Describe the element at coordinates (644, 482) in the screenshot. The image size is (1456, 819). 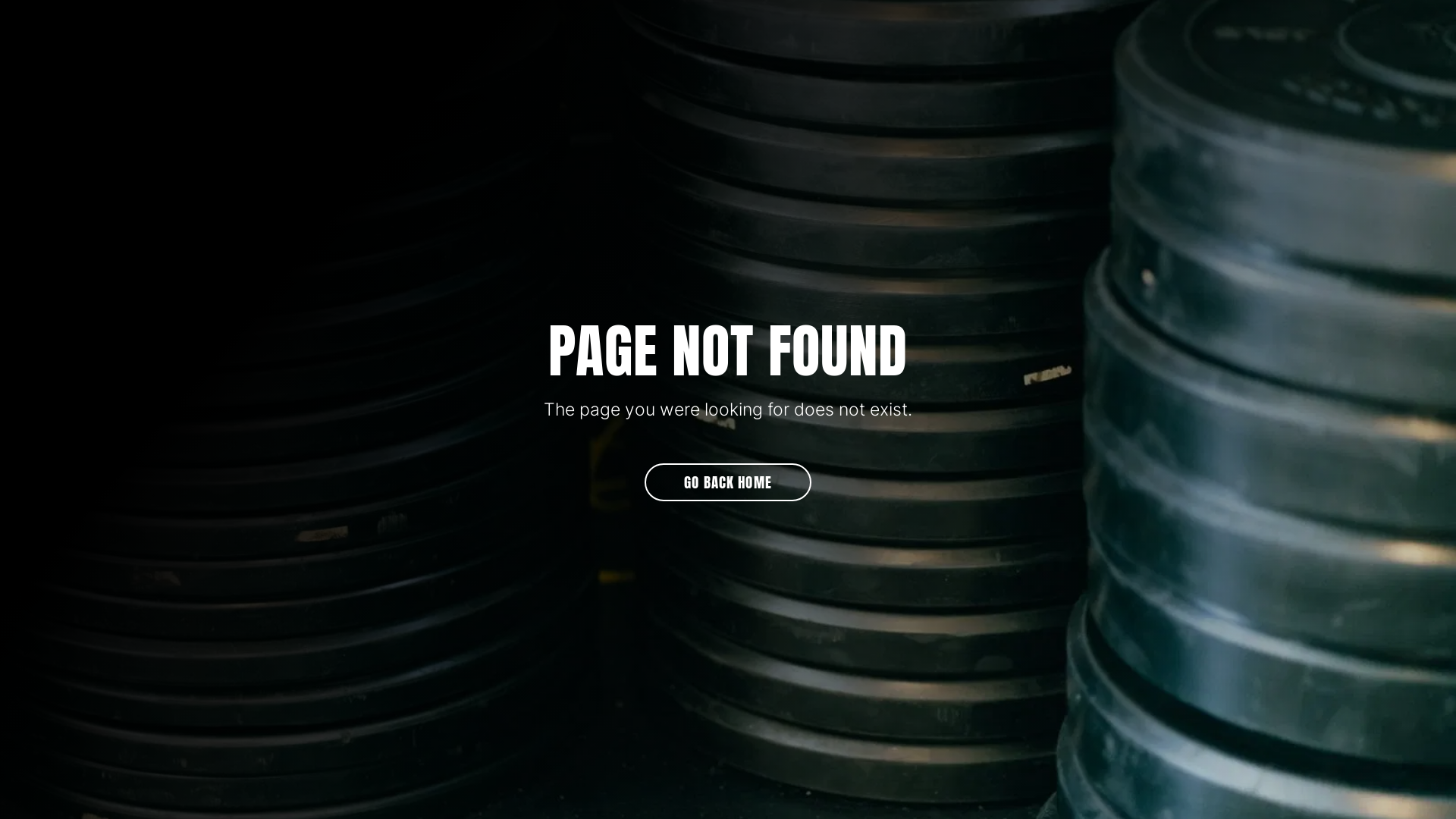
I see `'GO BACK HOME'` at that location.